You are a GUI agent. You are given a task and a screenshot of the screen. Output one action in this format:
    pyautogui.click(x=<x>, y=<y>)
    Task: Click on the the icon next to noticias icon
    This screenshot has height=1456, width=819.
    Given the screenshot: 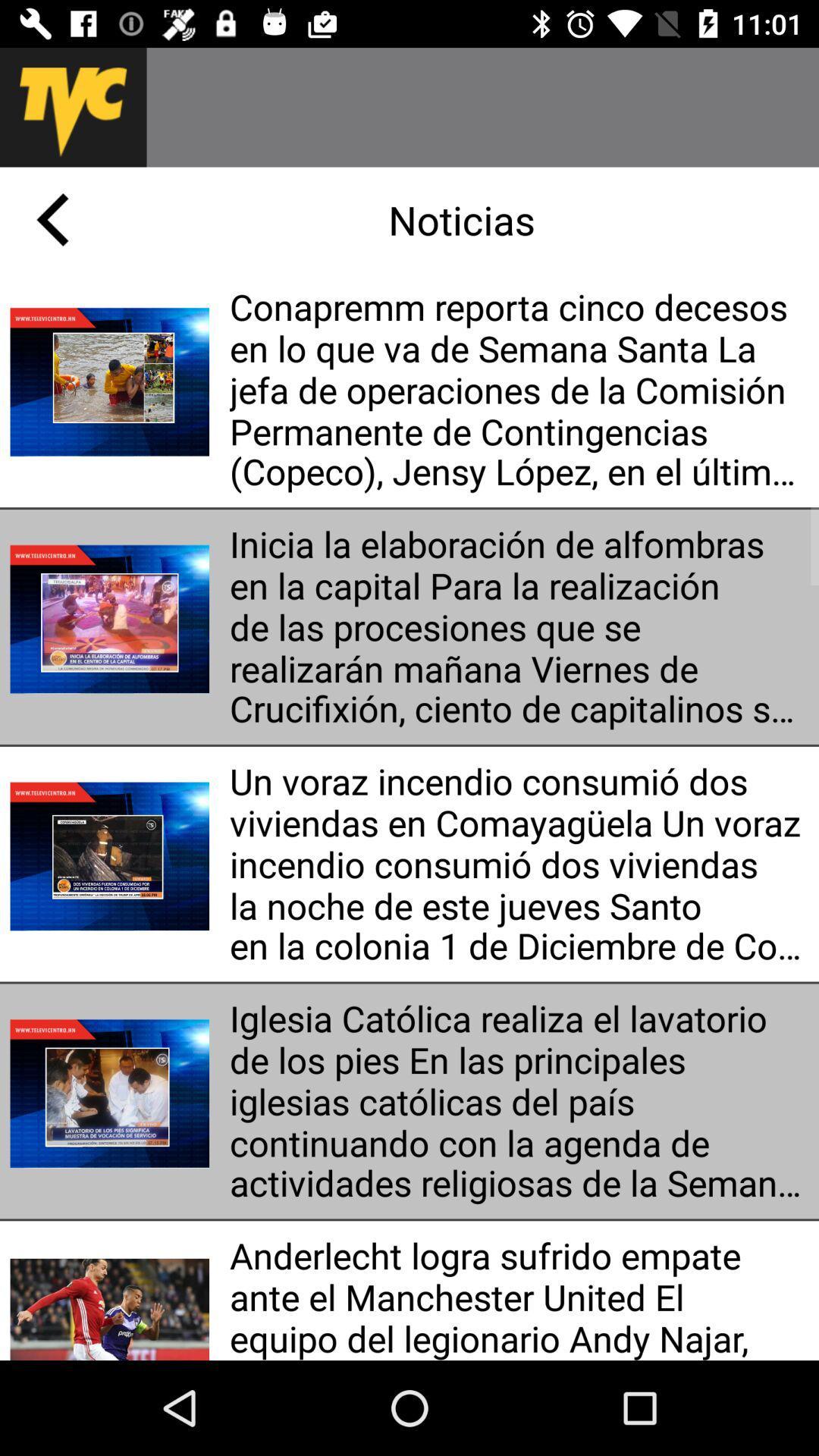 What is the action you would take?
    pyautogui.click(x=52, y=218)
    